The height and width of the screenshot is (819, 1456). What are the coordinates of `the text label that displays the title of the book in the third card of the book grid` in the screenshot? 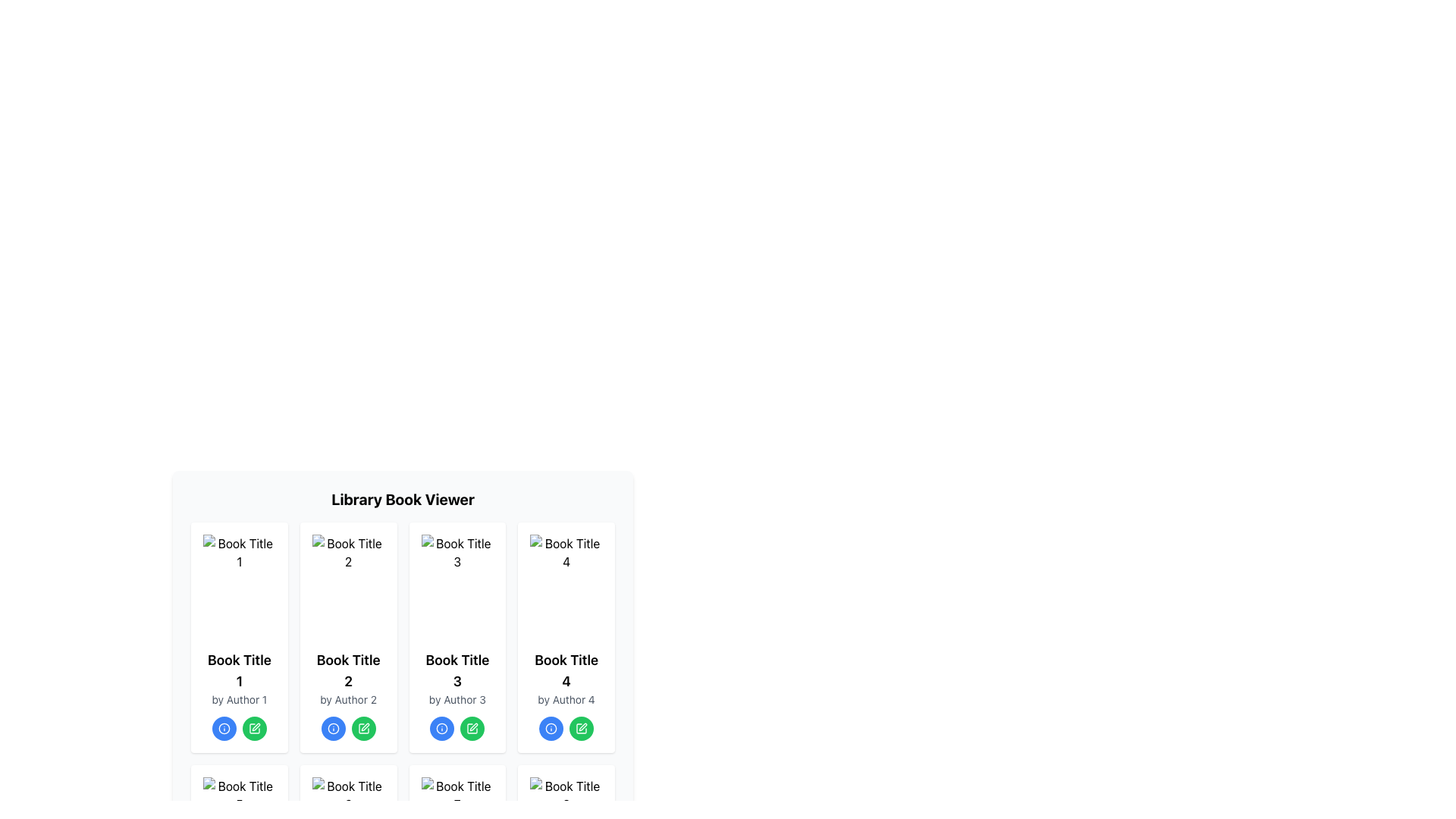 It's located at (457, 670).